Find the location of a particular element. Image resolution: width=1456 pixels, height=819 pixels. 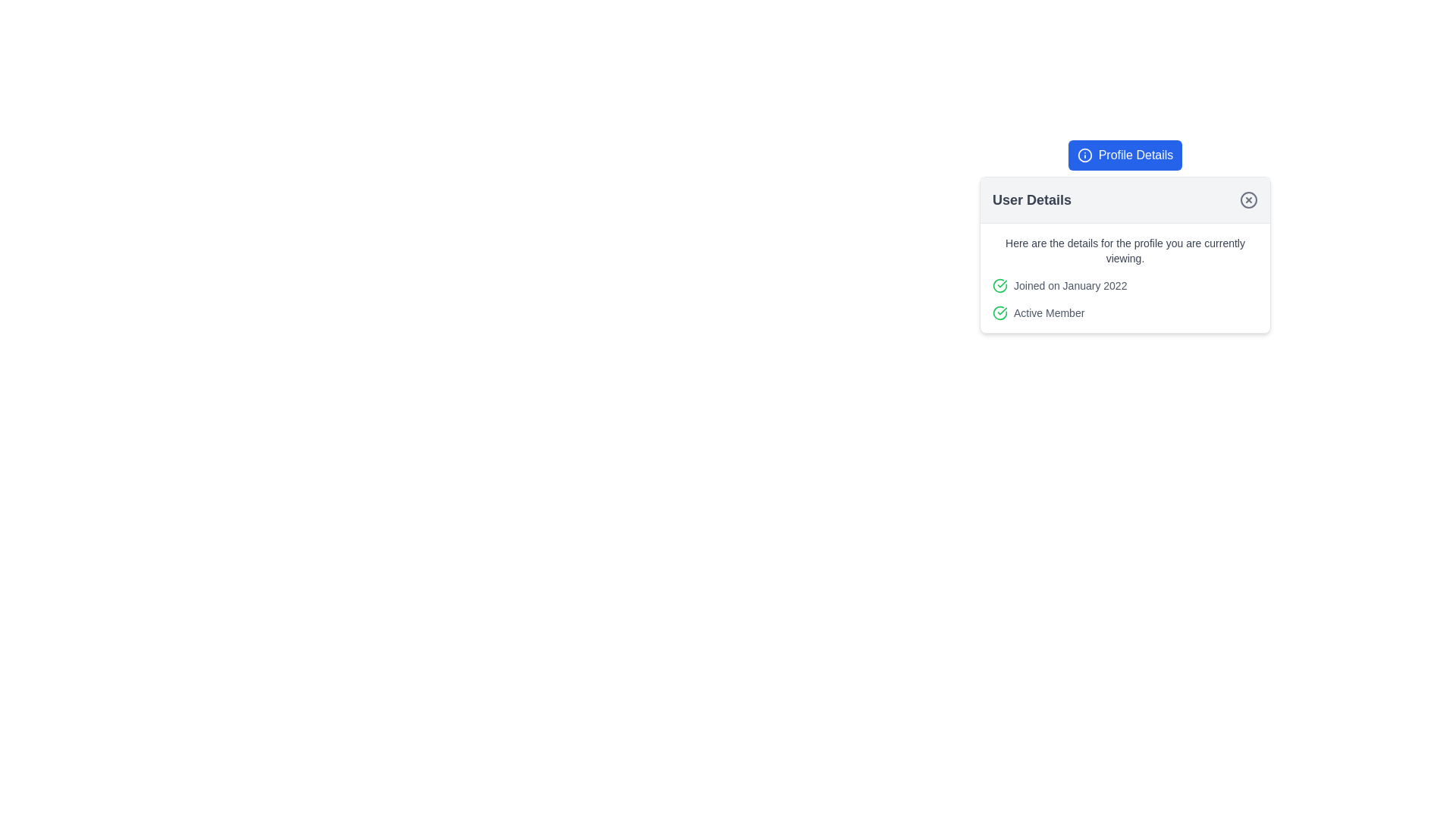

the 'Profile Details' button, which has a blue background and white text with an 'i' icon is located at coordinates (1125, 155).